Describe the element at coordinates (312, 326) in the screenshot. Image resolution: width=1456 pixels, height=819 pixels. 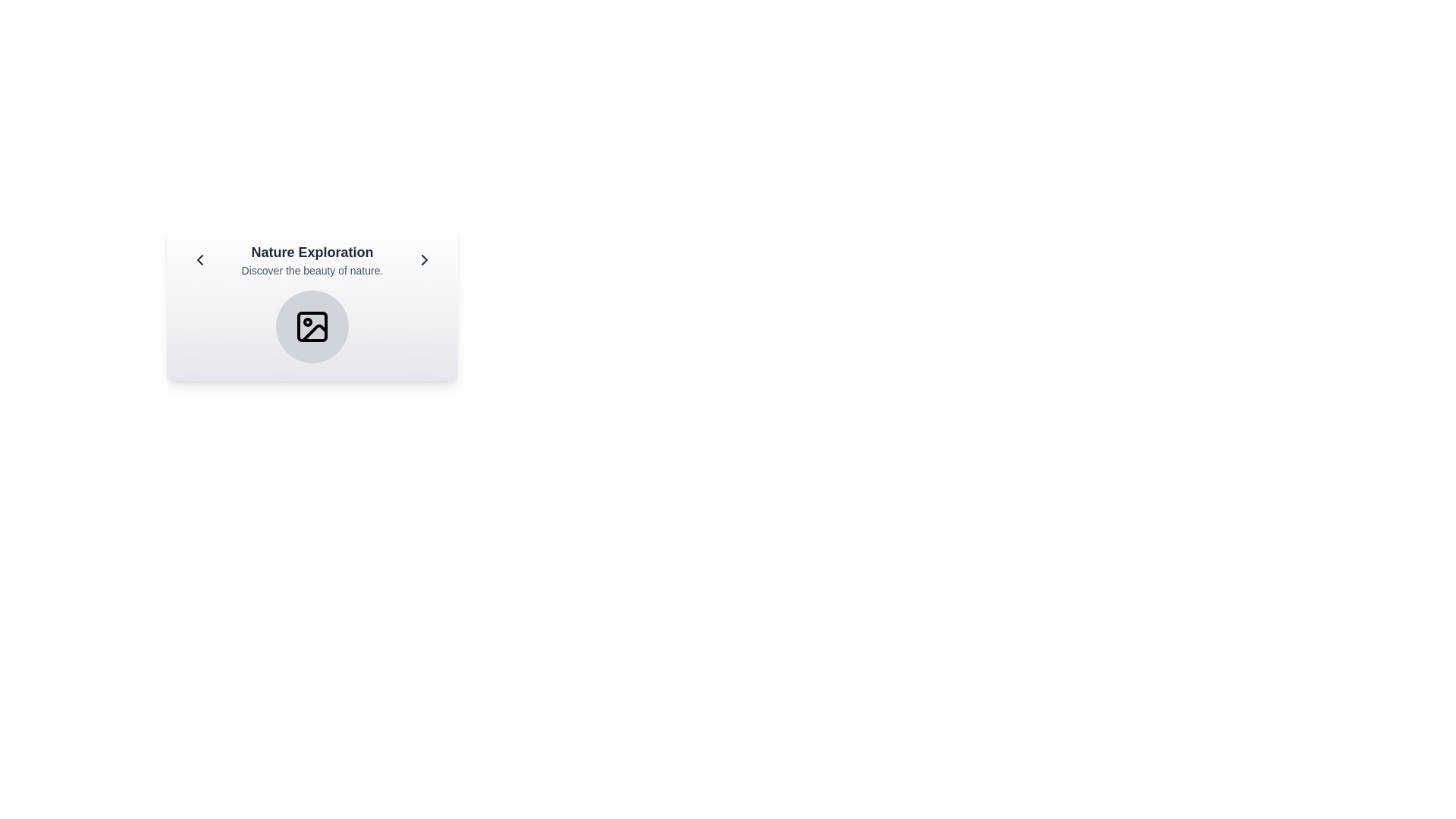
I see `the graphical icon` at that location.